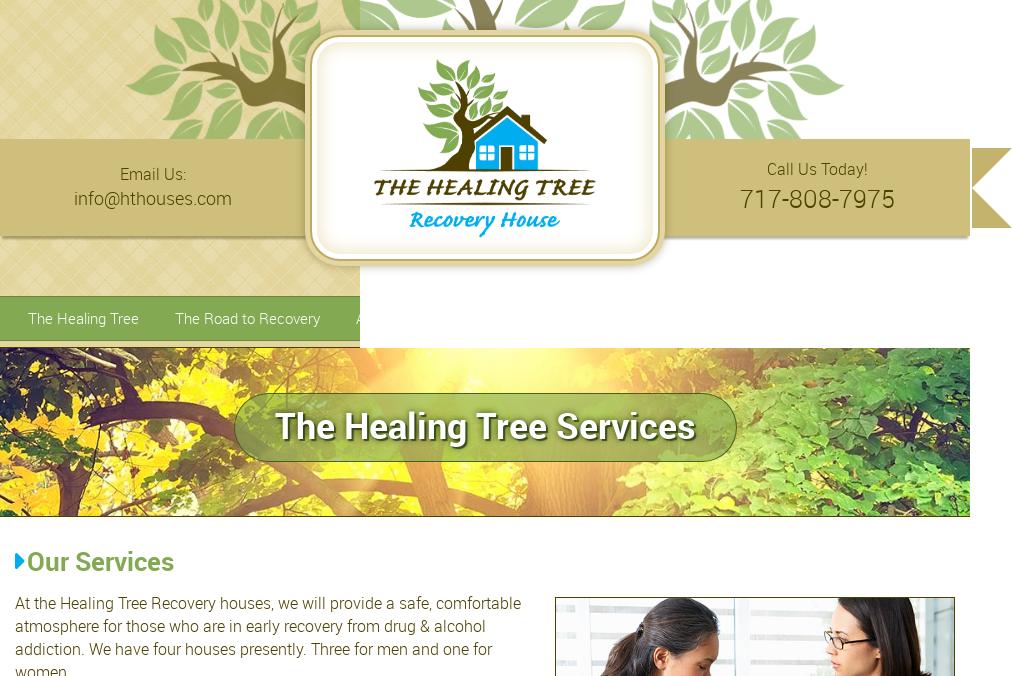  I want to click on 'Payment', so click(913, 317).